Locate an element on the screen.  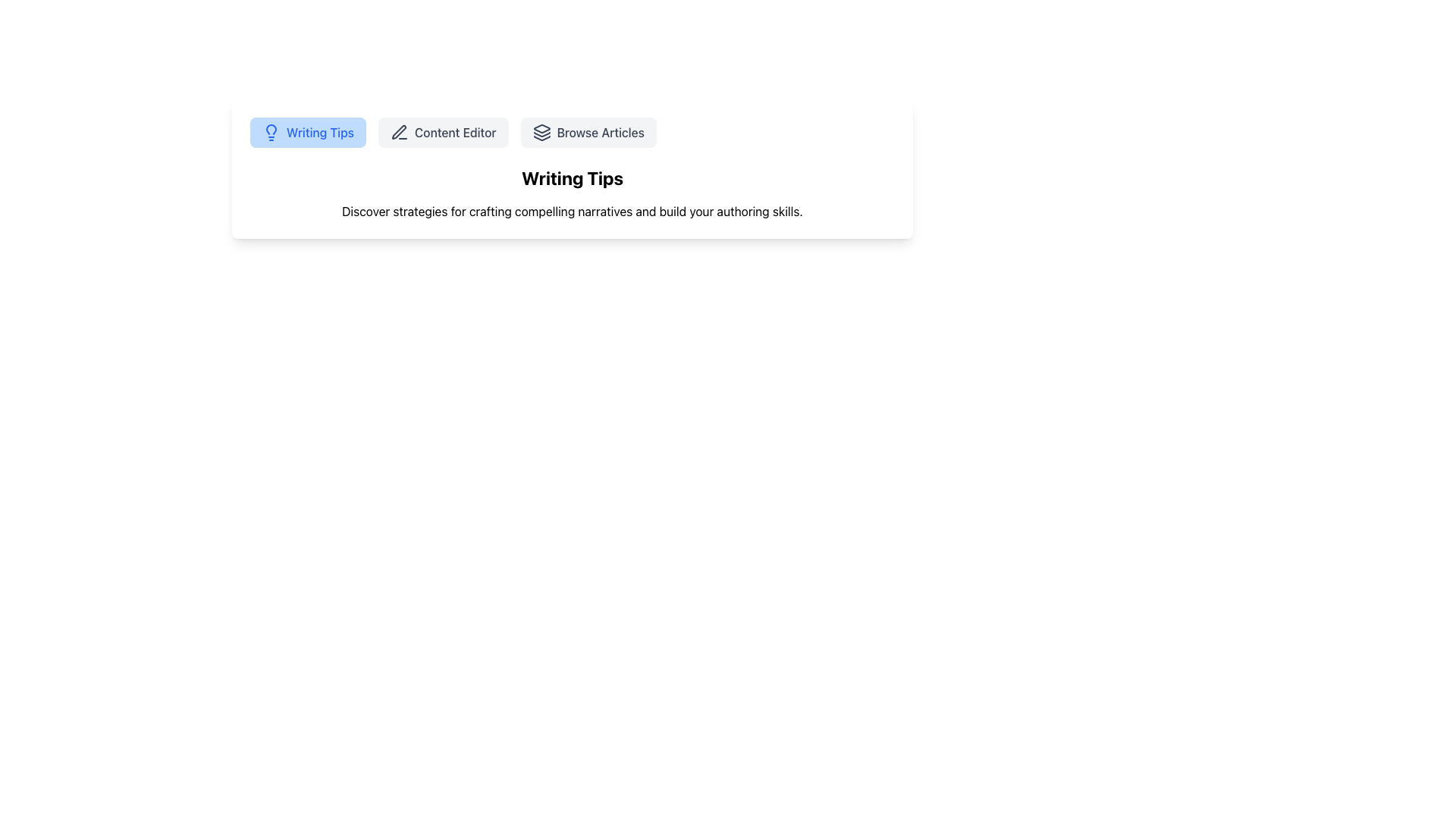
text displayed below the bold header 'Writing Tips', which contains the content: 'Discover strategies for crafting compelling narratives and build your authoring skills.' is located at coordinates (571, 211).